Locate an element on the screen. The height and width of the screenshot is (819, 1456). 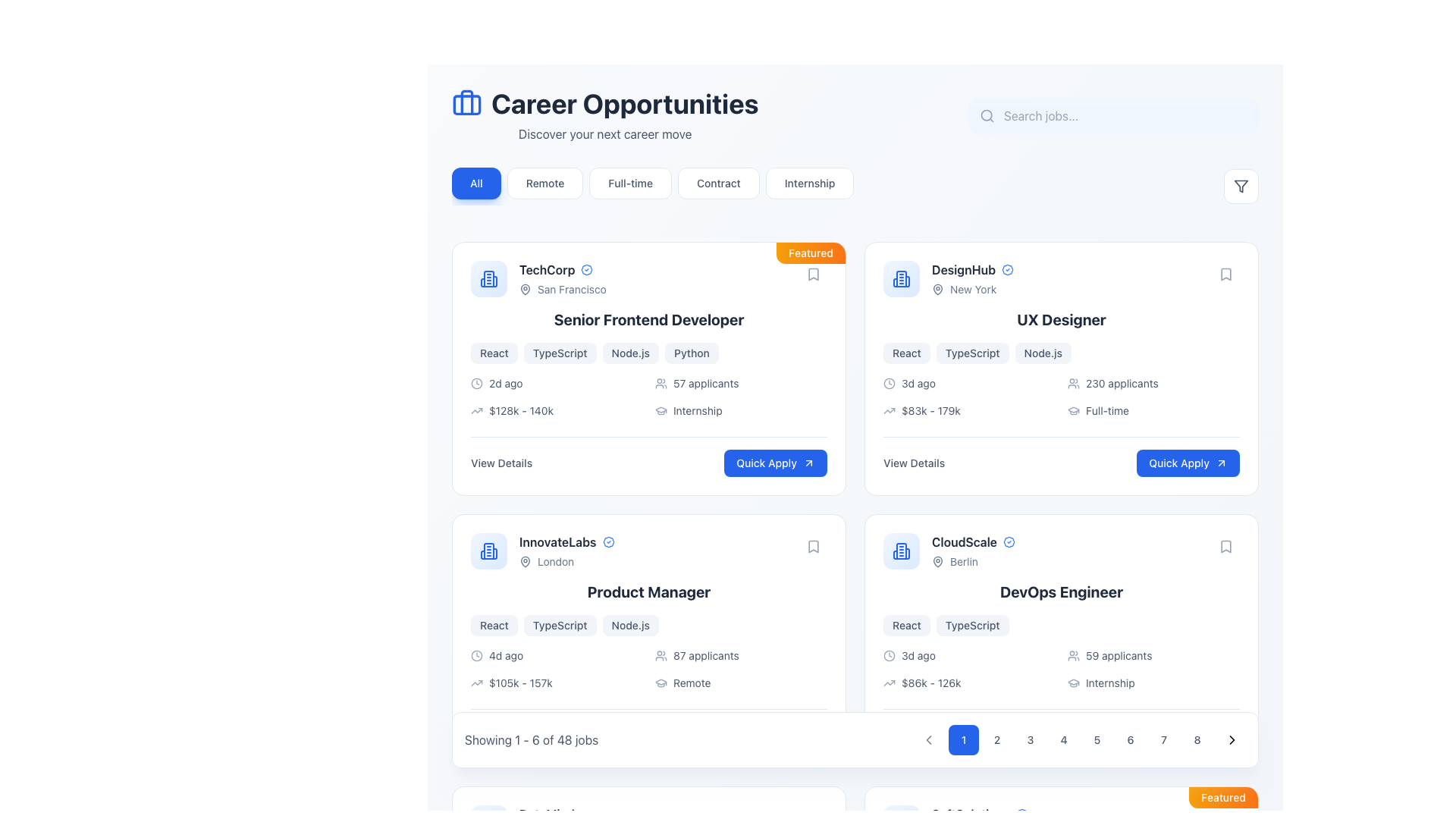
the fifth numeric pagination button marked as '5' is located at coordinates (1080, 739).